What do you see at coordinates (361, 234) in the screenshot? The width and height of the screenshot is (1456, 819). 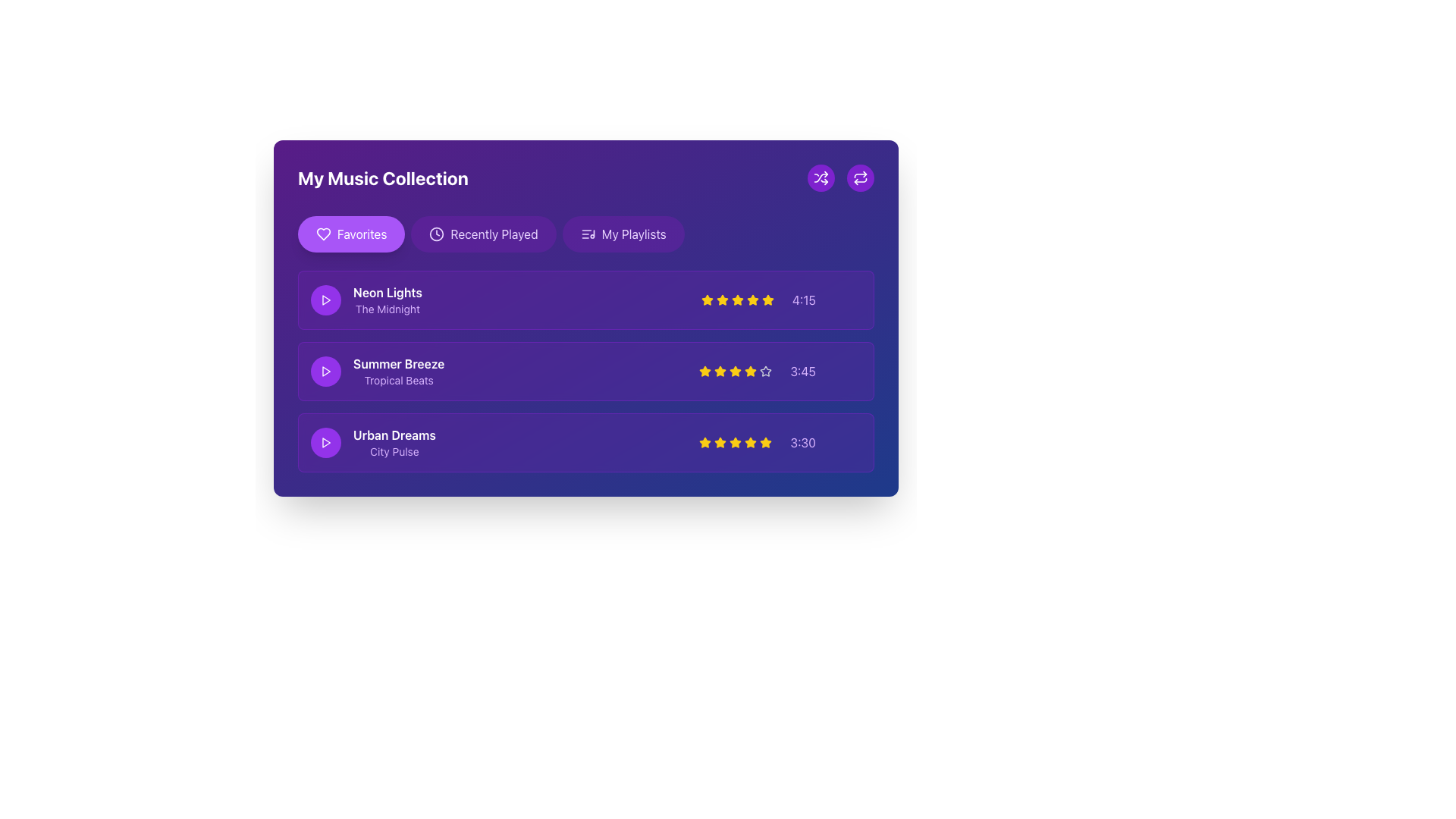 I see `the text label displaying 'Favorites'` at bounding box center [361, 234].